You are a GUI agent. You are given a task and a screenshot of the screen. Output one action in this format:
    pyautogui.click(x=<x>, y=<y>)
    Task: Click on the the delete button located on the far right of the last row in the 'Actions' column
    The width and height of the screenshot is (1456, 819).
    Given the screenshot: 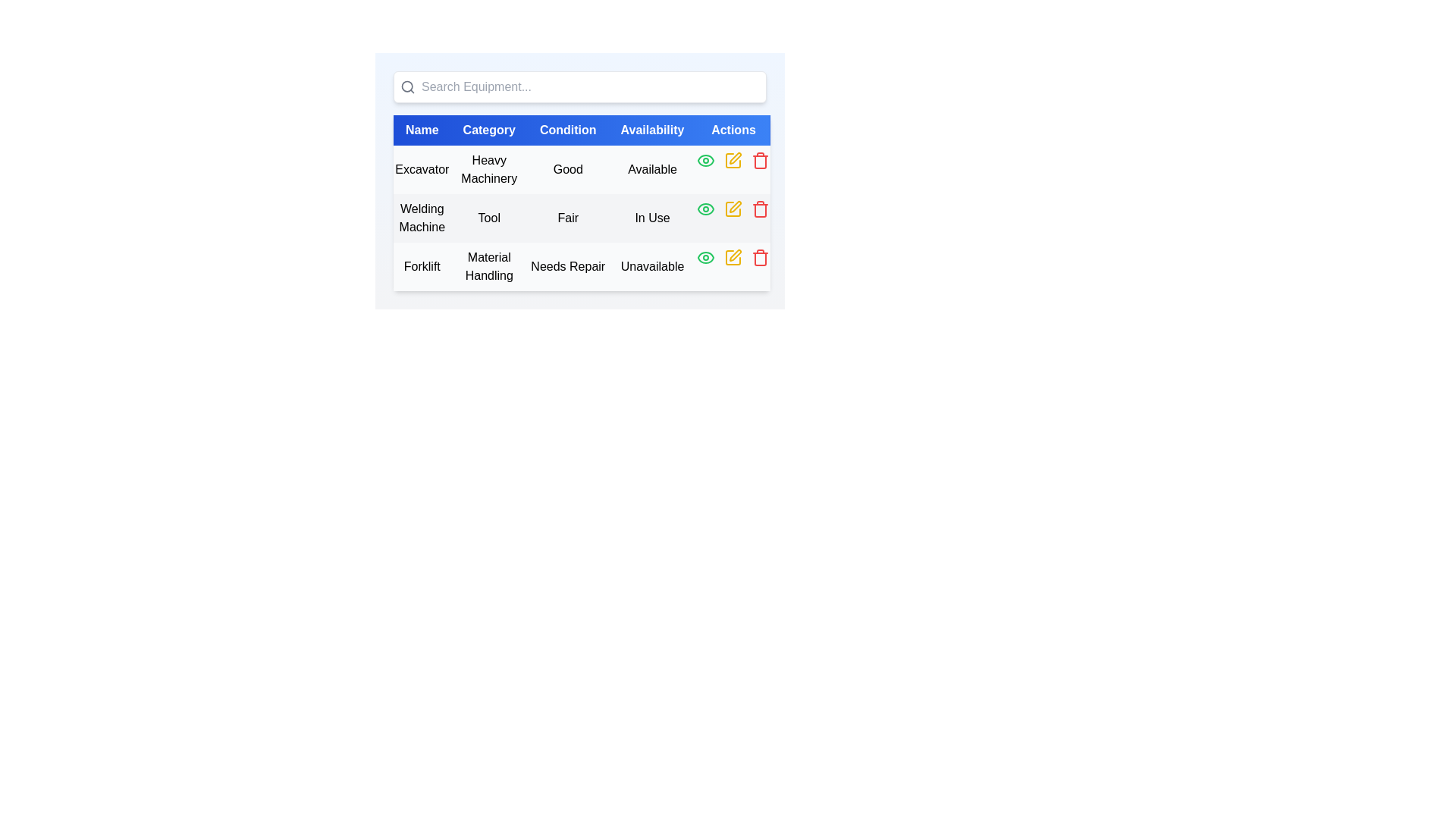 What is the action you would take?
    pyautogui.click(x=761, y=161)
    